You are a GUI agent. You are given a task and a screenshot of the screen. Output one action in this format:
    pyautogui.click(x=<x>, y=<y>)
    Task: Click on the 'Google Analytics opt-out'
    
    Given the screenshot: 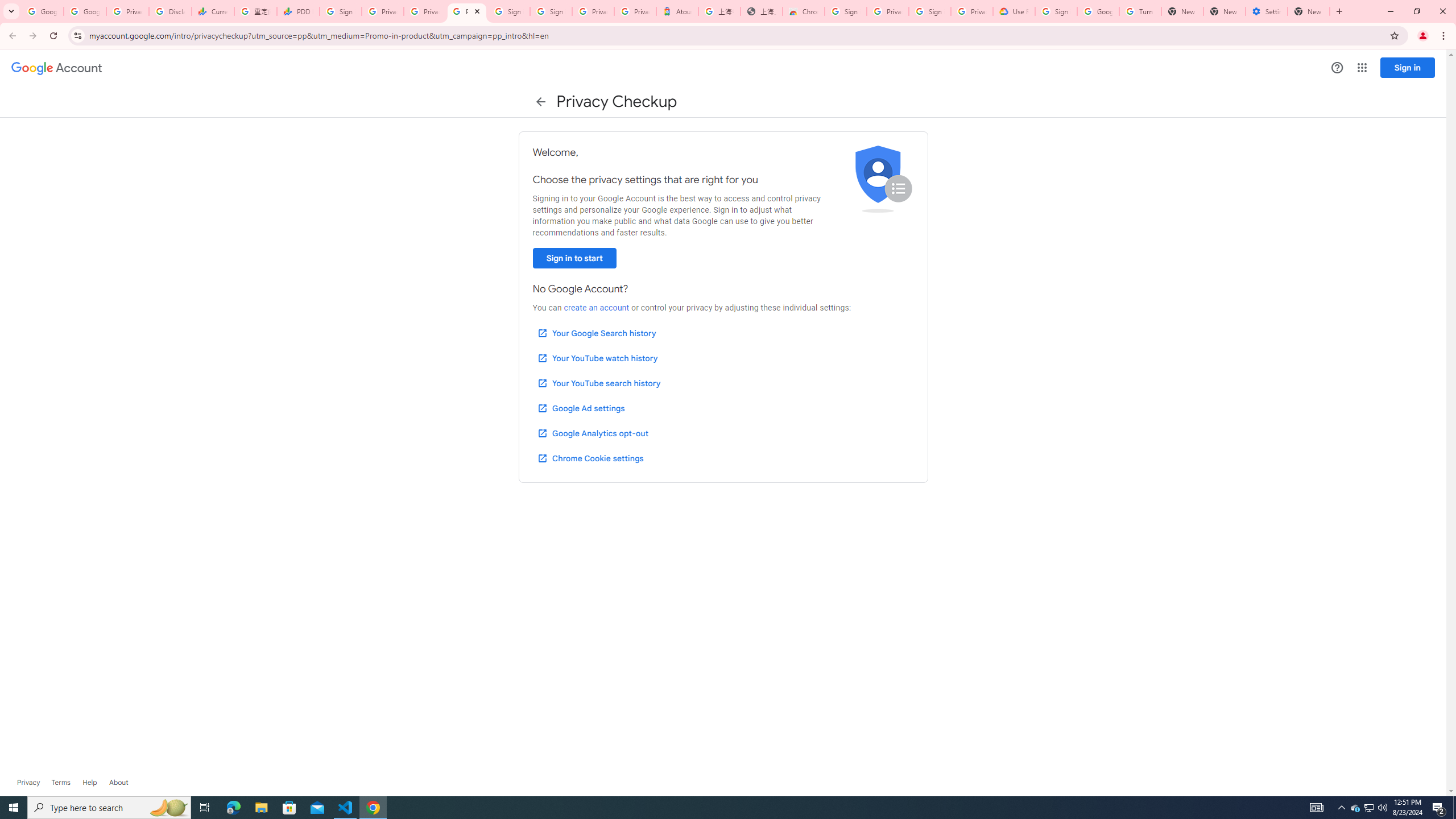 What is the action you would take?
    pyautogui.click(x=591, y=433)
    